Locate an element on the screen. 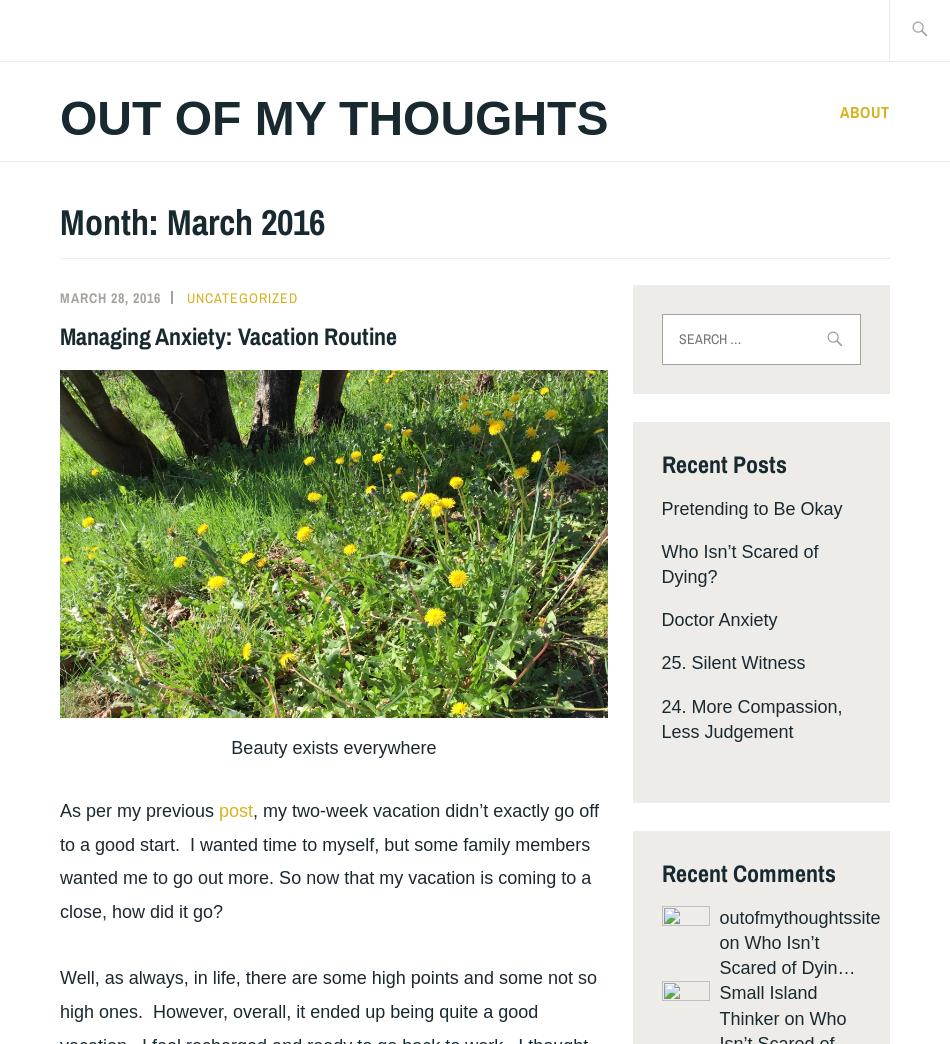 This screenshot has width=950, height=1044. 'Out of My Thoughts' is located at coordinates (60, 118).